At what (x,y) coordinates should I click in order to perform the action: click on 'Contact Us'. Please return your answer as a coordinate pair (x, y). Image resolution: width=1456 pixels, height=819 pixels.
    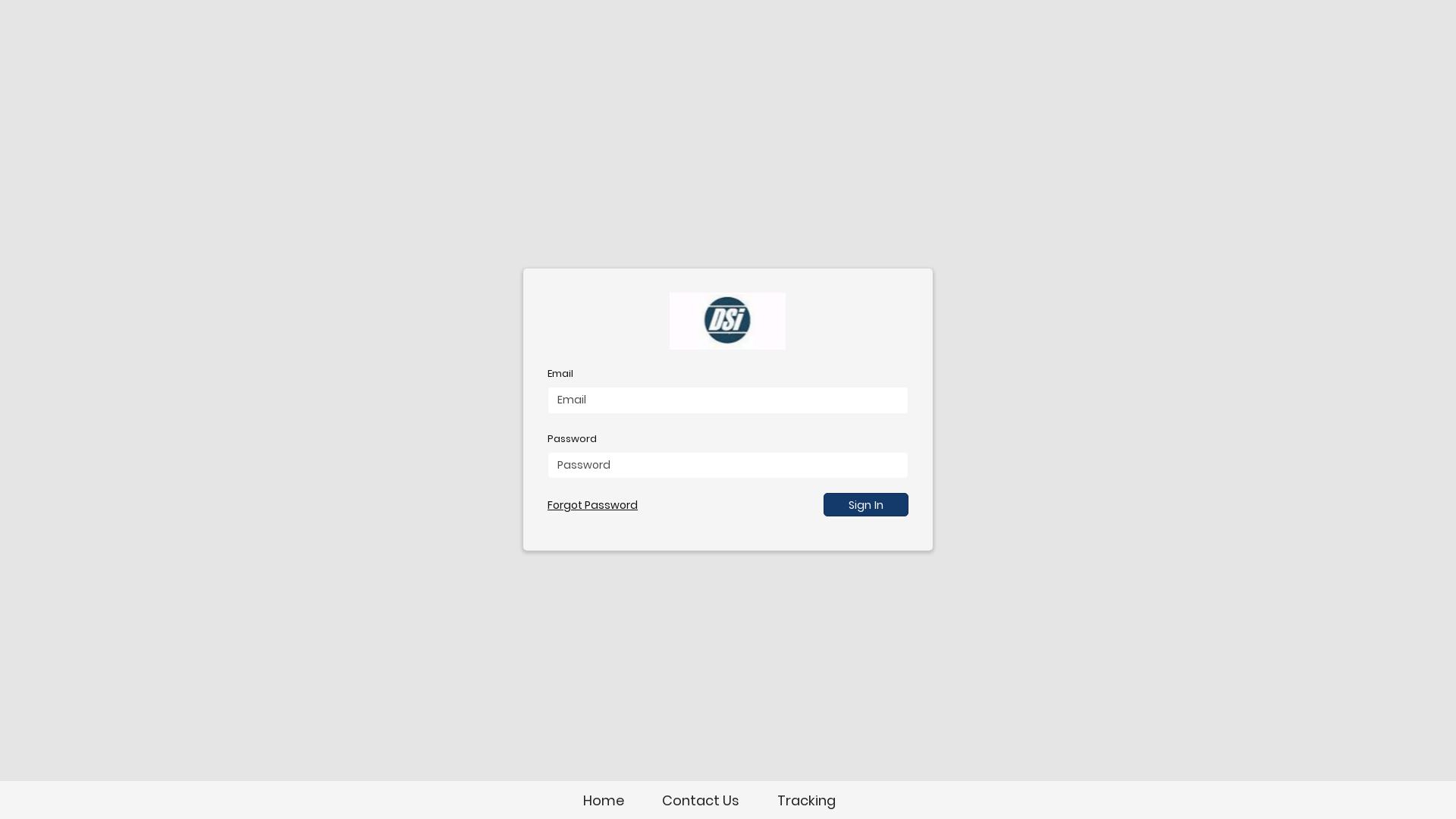
    Looking at the image, I should click on (698, 799).